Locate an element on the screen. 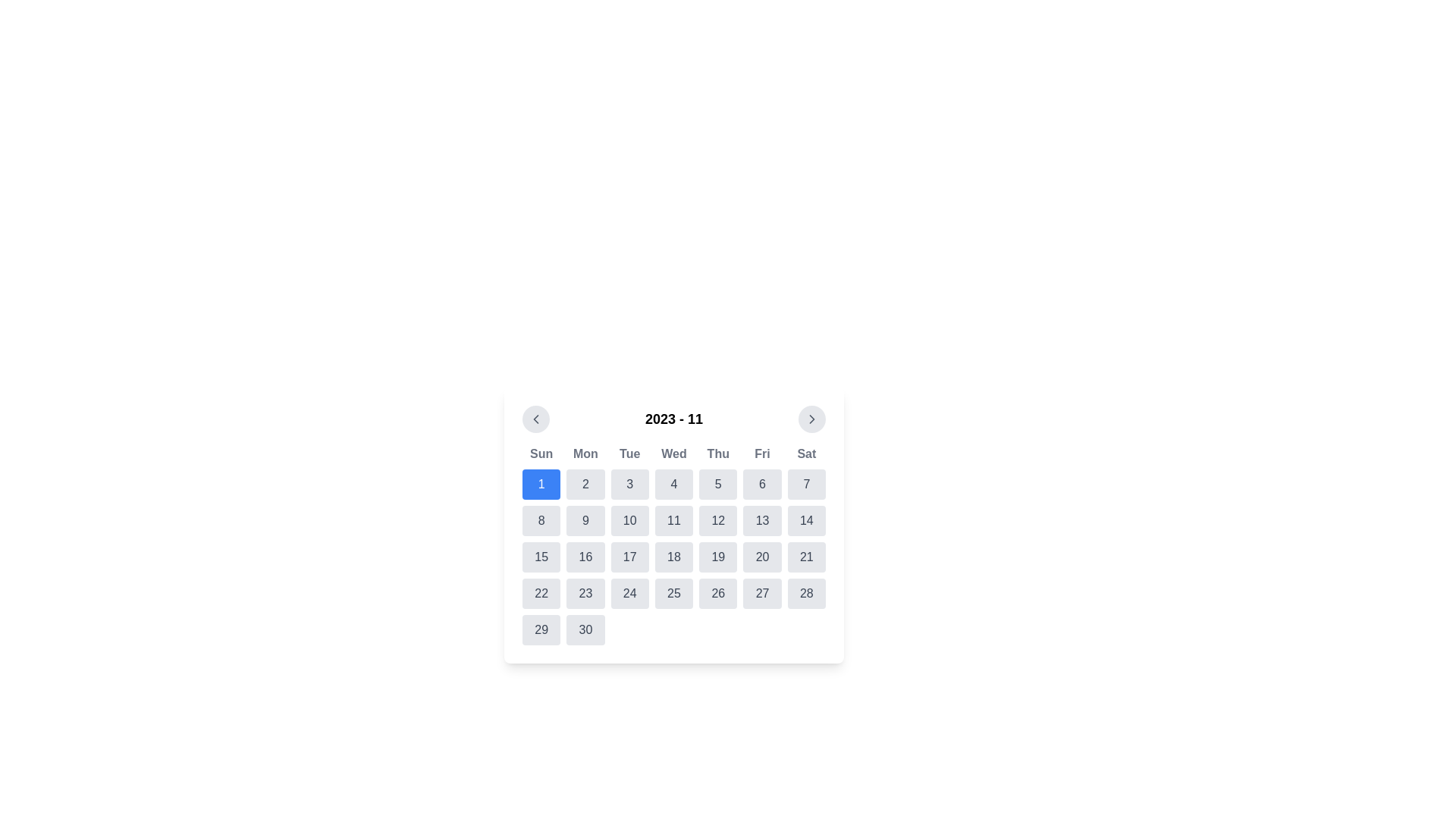 Image resolution: width=1456 pixels, height=819 pixels. the leftward-pointing chevron icon within the circular, grayish background located on the left-hand side of the calendar header is located at coordinates (535, 419).